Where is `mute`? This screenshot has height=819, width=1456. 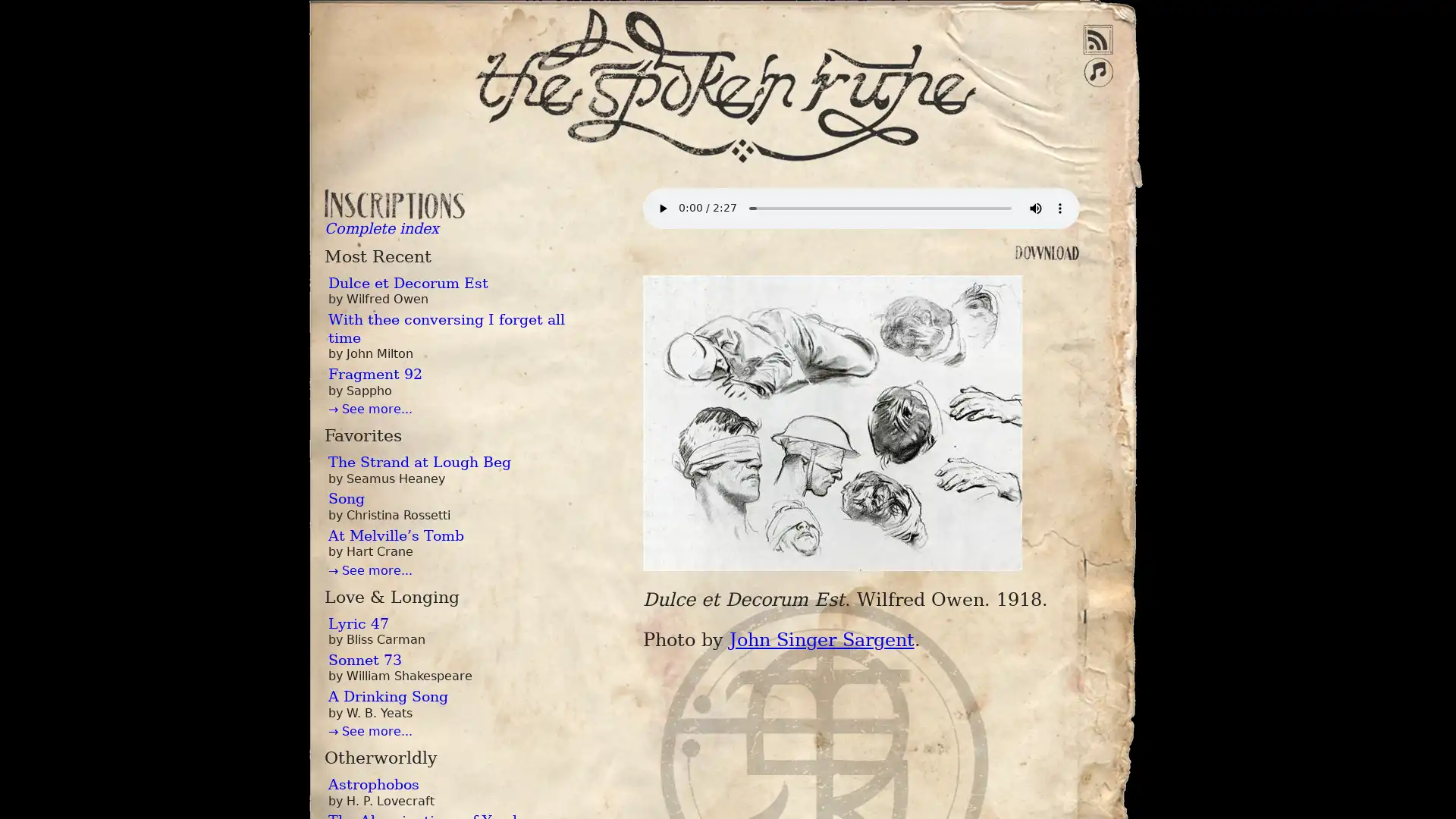
mute is located at coordinates (1034, 208).